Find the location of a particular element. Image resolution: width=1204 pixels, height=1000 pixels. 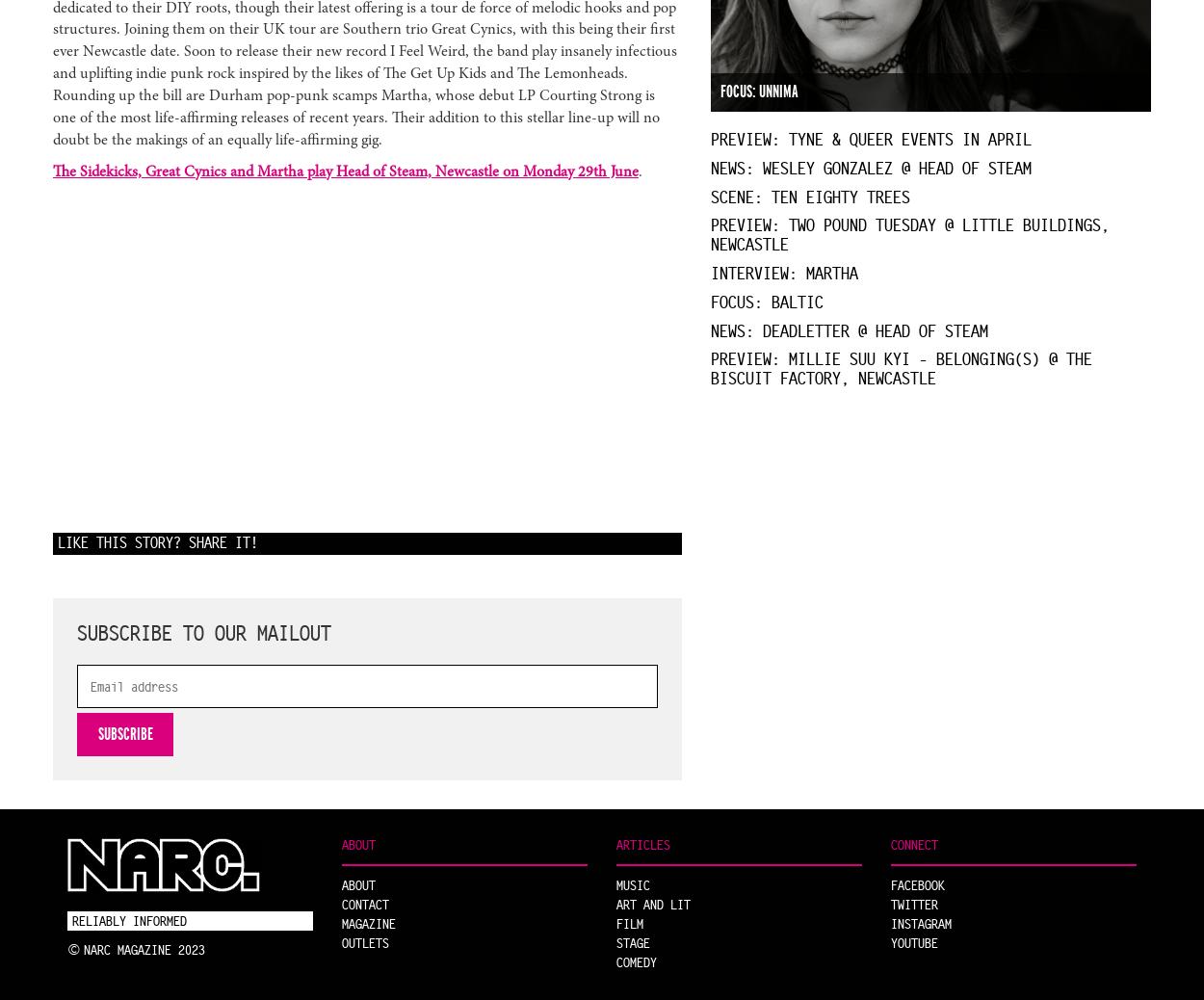

'Articles' is located at coordinates (643, 845).